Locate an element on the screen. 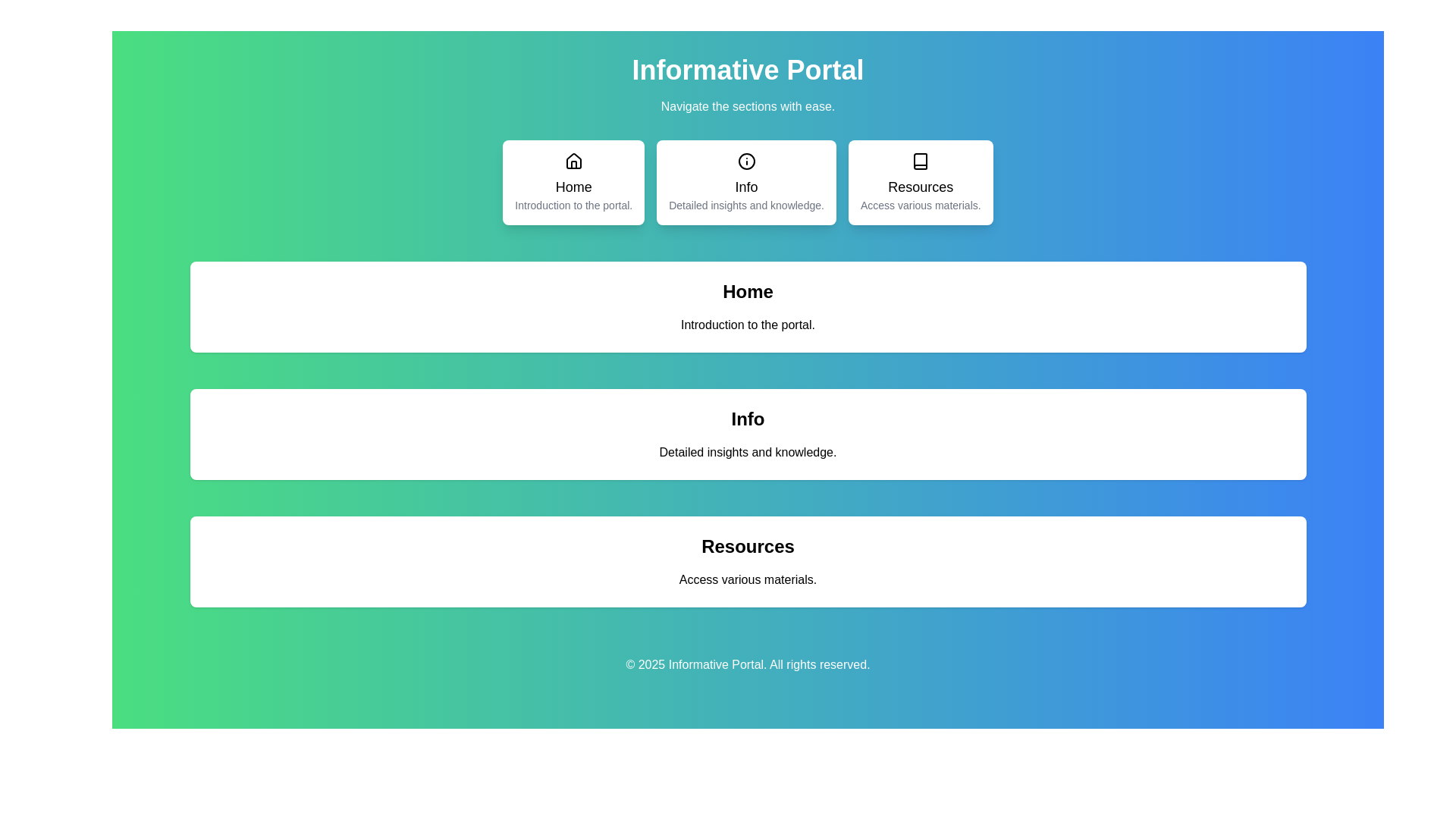  the text label displaying 'Access various materials.' which is located below the header 'Resources' in the center-bottom section of the page is located at coordinates (748, 579).